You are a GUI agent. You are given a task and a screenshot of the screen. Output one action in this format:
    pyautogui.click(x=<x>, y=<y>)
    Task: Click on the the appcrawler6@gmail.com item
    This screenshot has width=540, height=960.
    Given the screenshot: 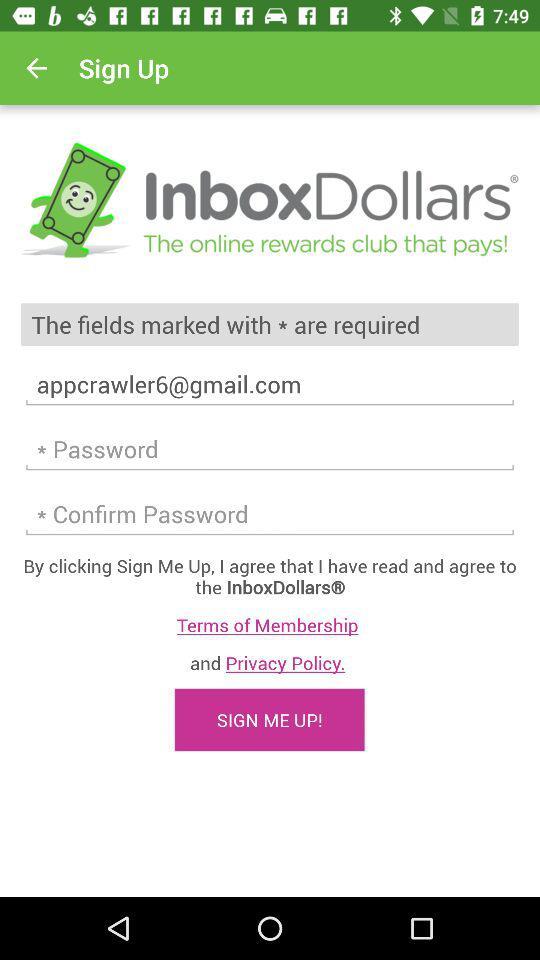 What is the action you would take?
    pyautogui.click(x=270, y=383)
    